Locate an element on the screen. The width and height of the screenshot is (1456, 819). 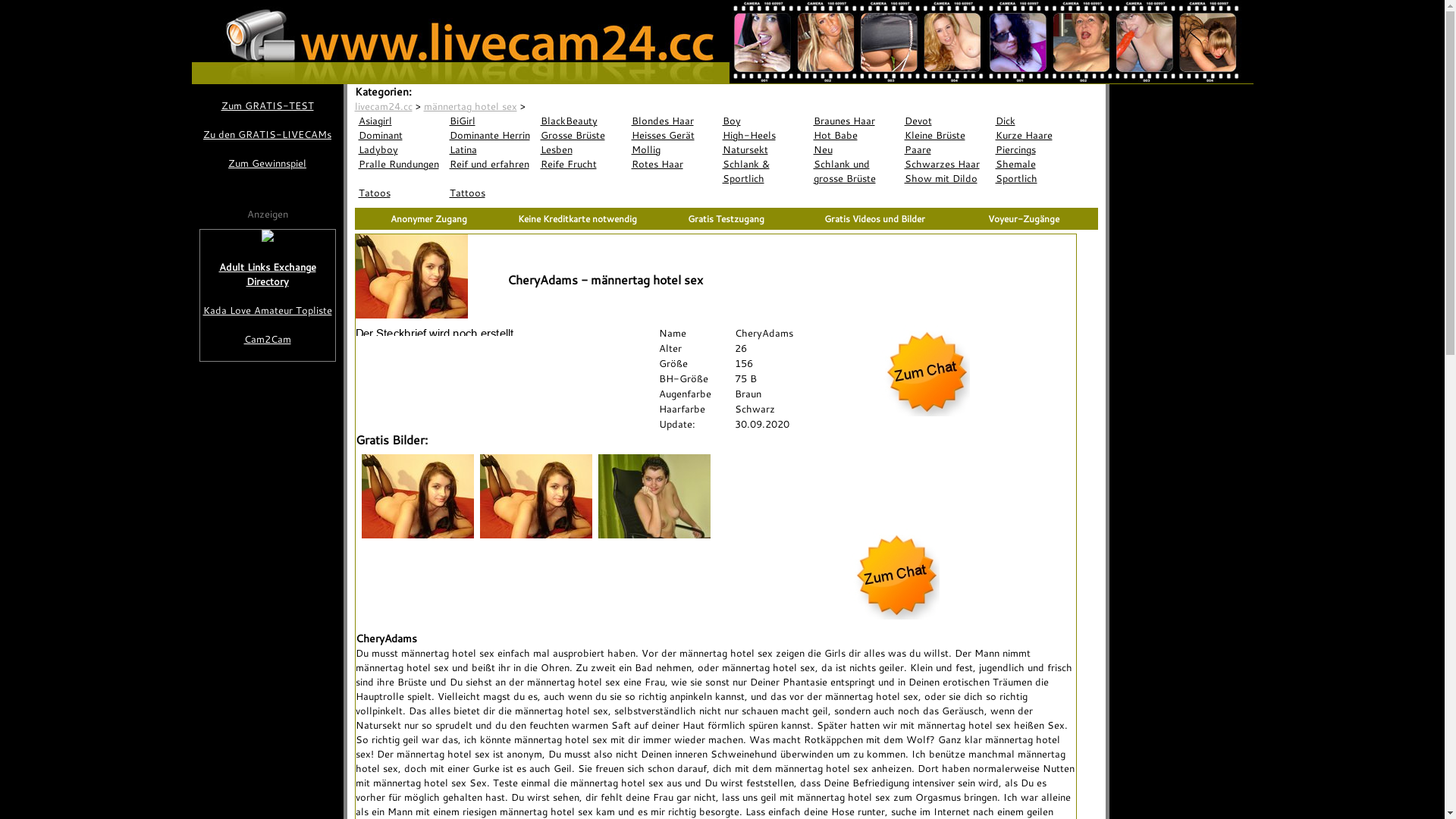
'Kada Love Amateur Topliste' is located at coordinates (199, 309).